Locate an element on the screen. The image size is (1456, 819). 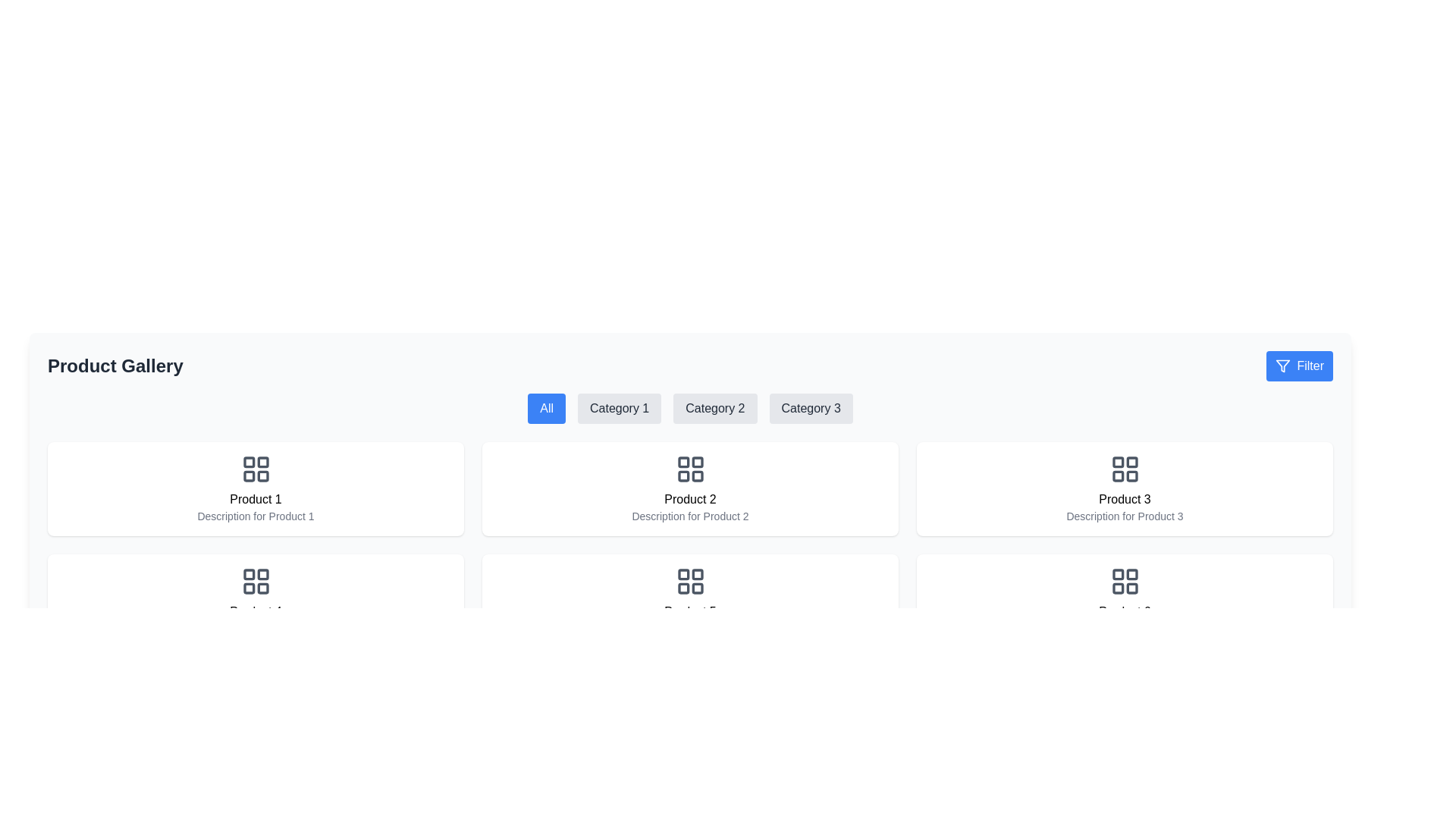
the 'Category 3' button, which is the fourth button in a horizontal row of options in the product filter section is located at coordinates (810, 408).